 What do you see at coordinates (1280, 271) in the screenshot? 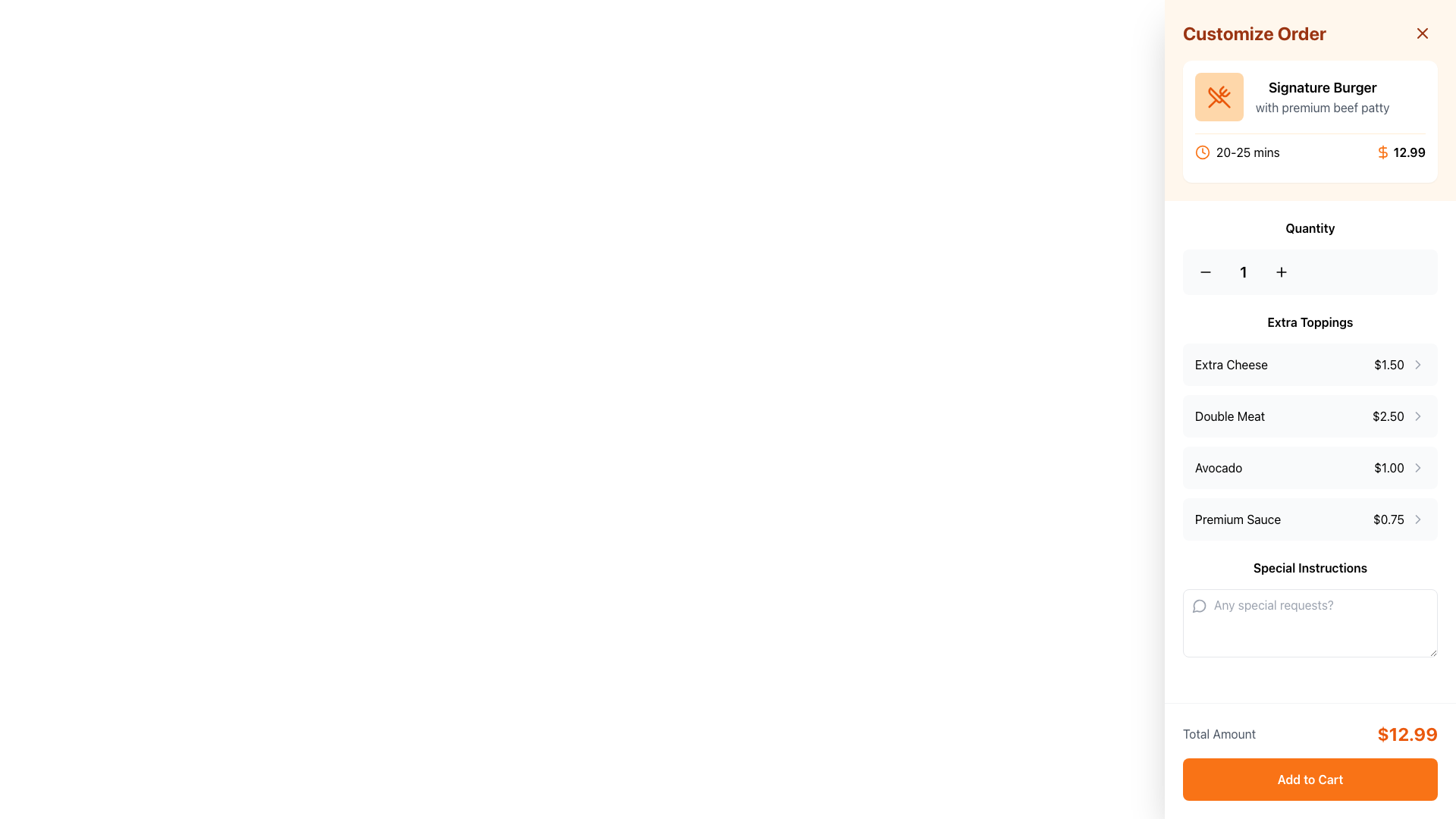
I see `the plus icon button used for incrementing the quantity of the item, located under the 'Quantity' label and to the right of the numeric value` at bounding box center [1280, 271].